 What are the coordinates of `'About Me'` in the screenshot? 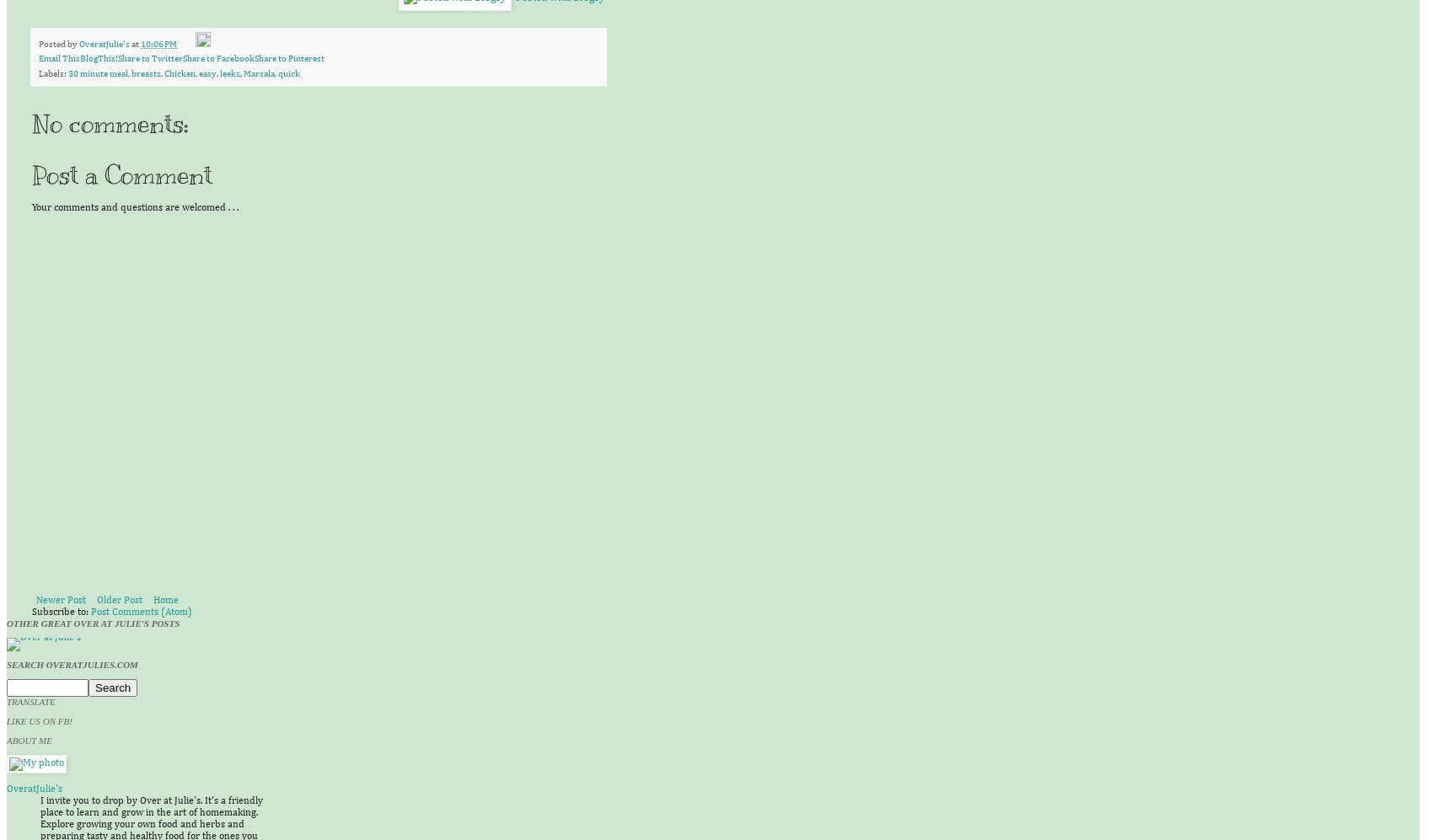 It's located at (29, 739).